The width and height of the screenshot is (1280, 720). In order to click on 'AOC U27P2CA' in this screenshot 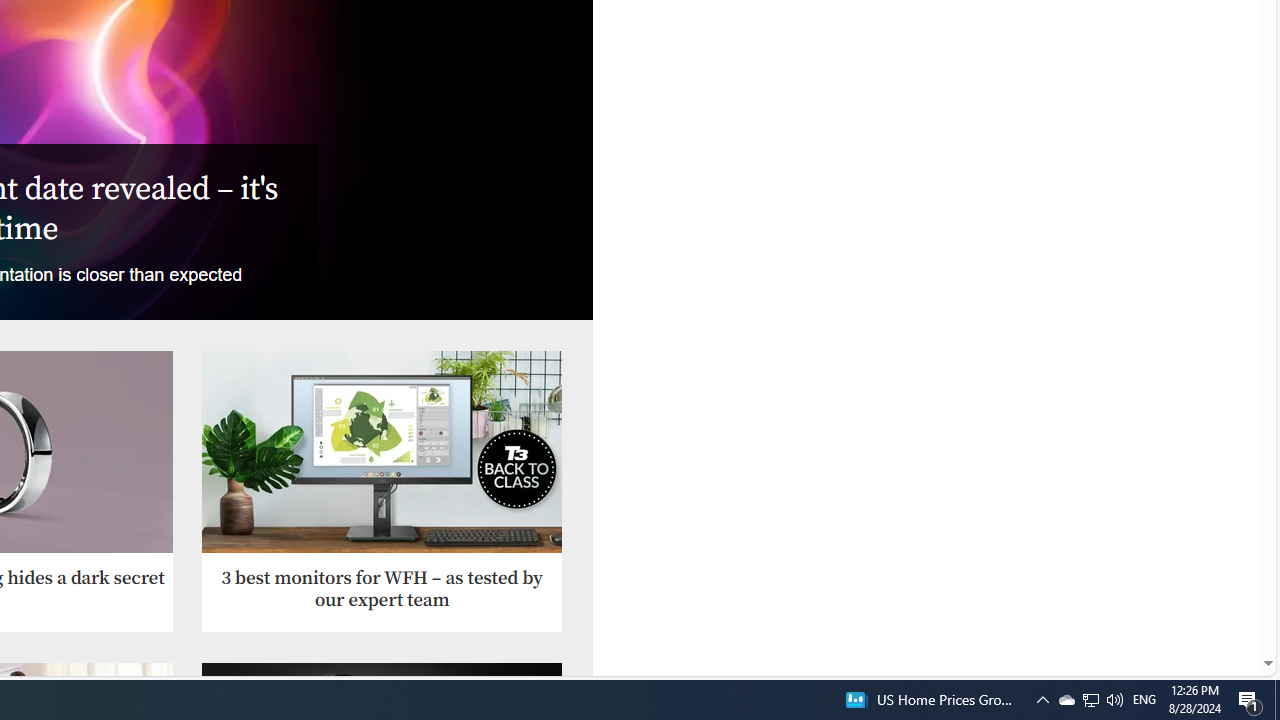, I will do `click(382, 452)`.